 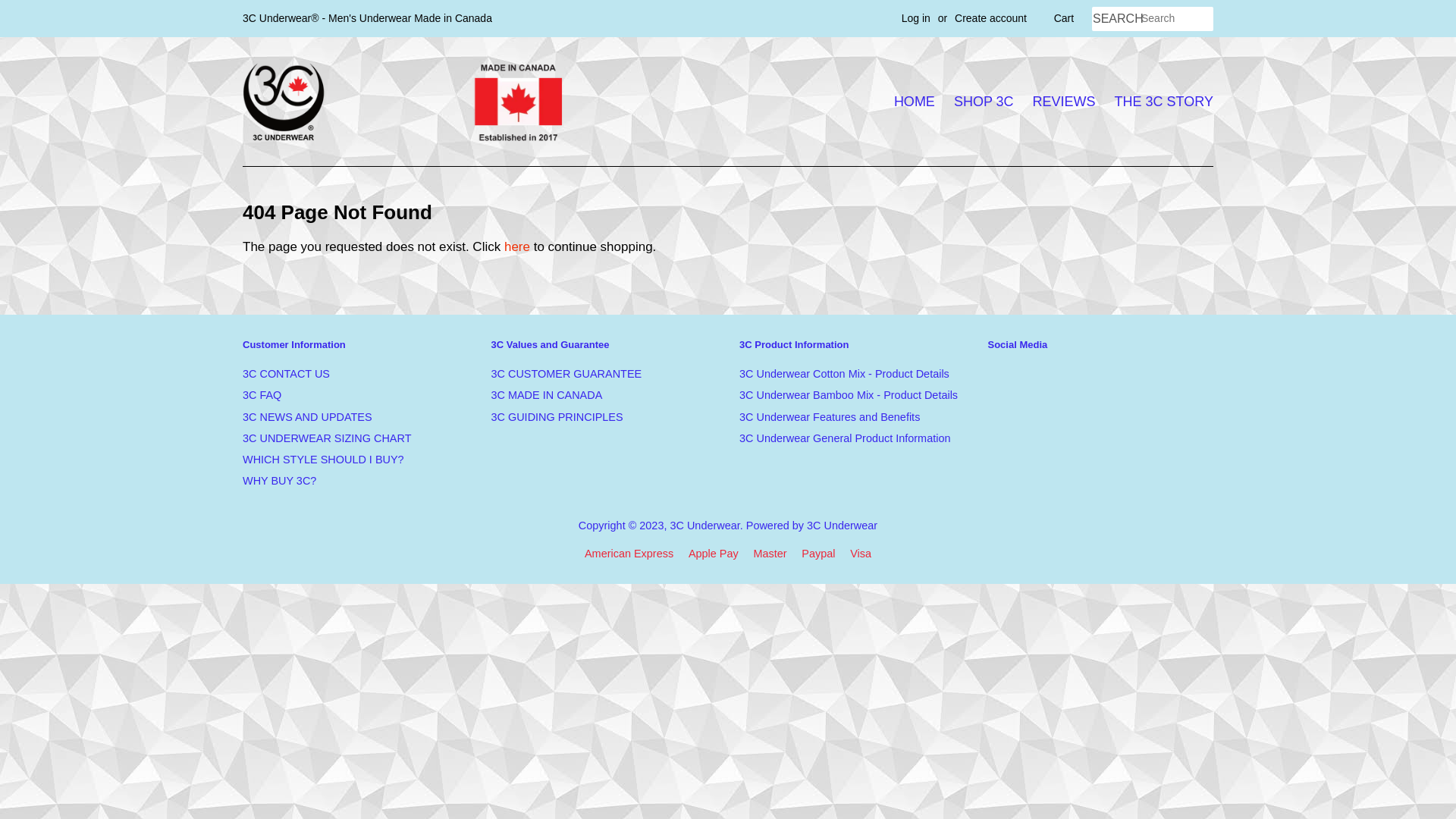 What do you see at coordinates (1053, 18) in the screenshot?
I see `'Cart'` at bounding box center [1053, 18].